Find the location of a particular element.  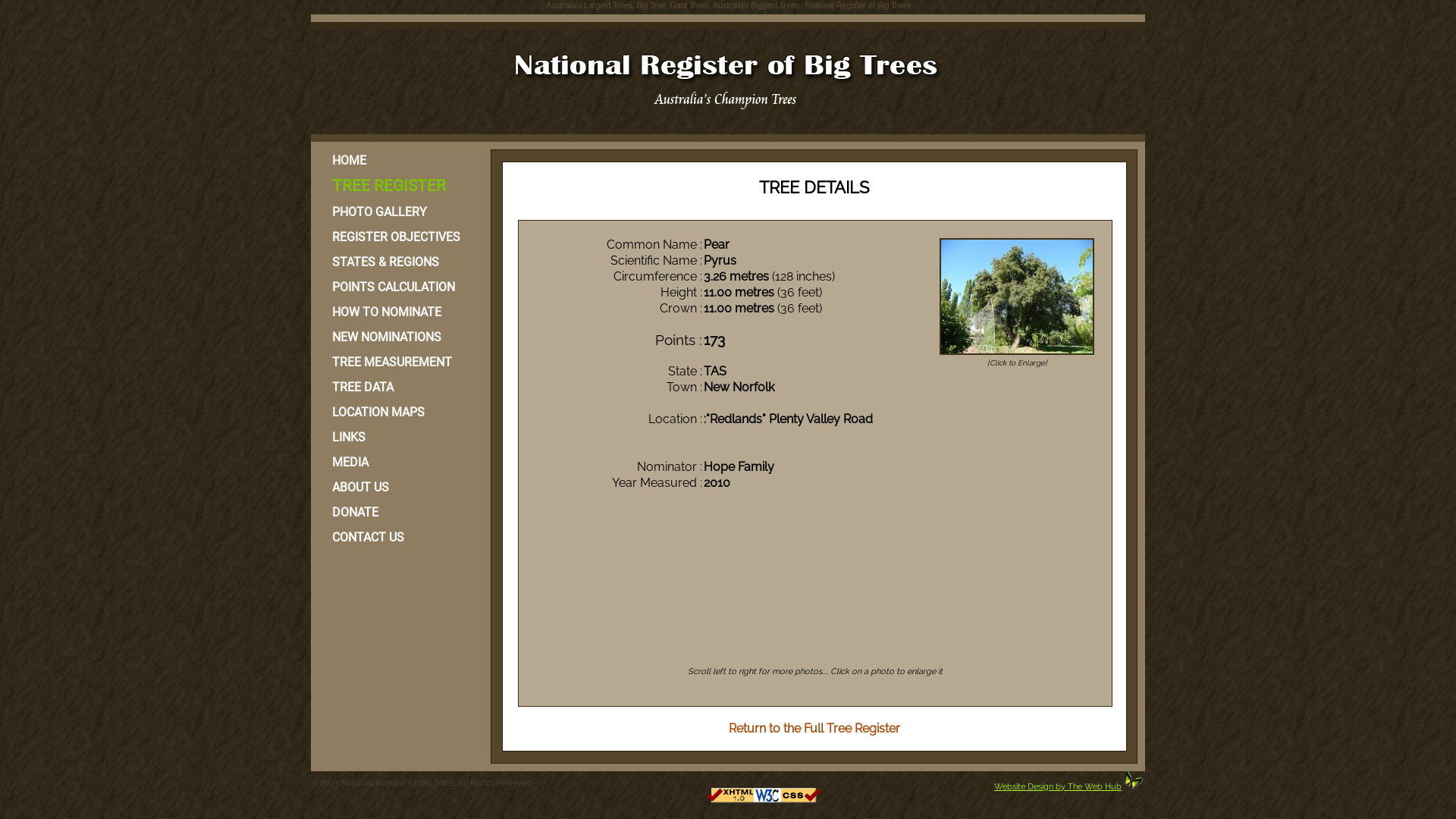

'HOW TO NOMINATE' is located at coordinates (399, 311).